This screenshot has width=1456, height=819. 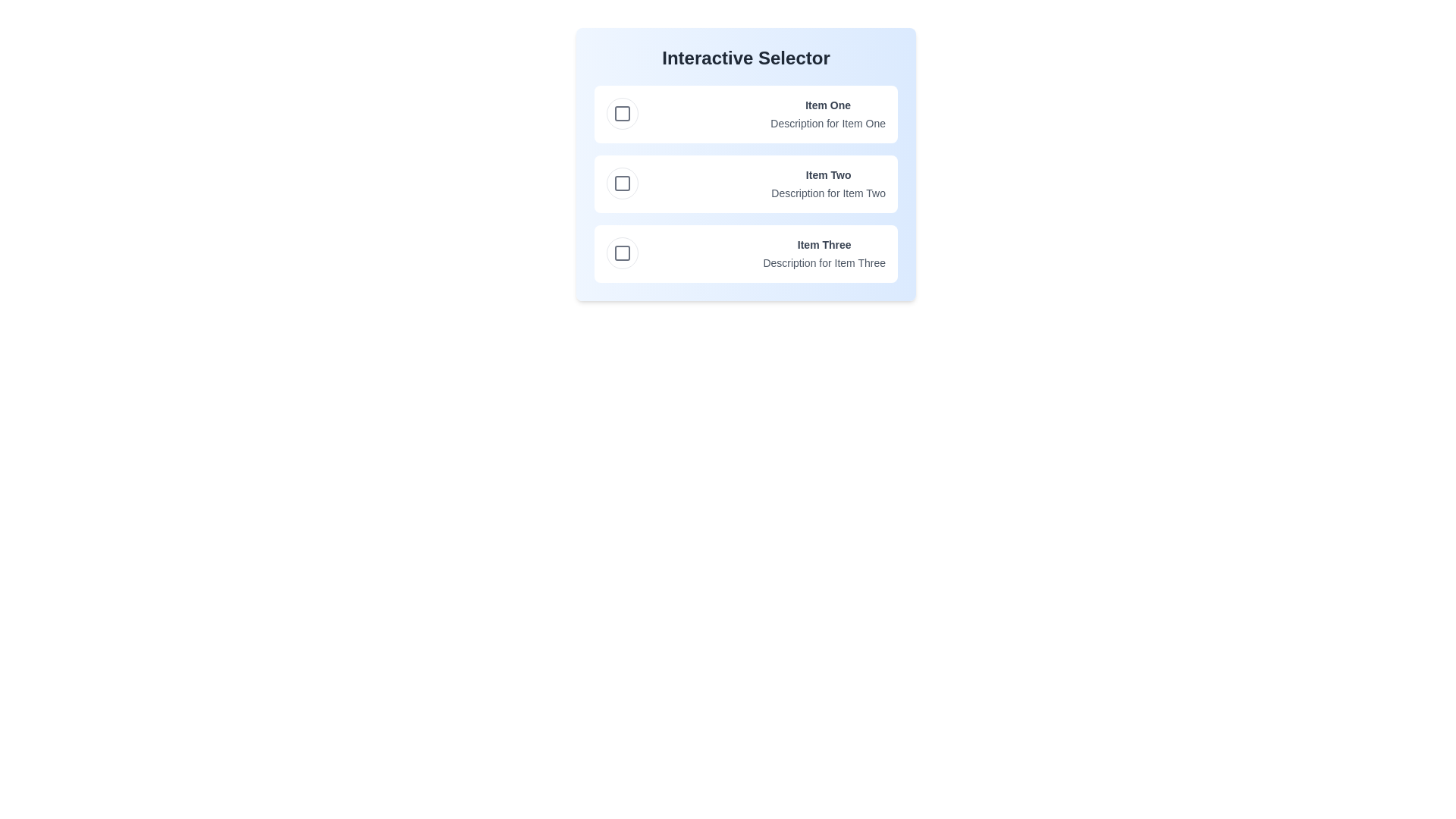 What do you see at coordinates (622, 183) in the screenshot?
I see `the checkbox` at bounding box center [622, 183].